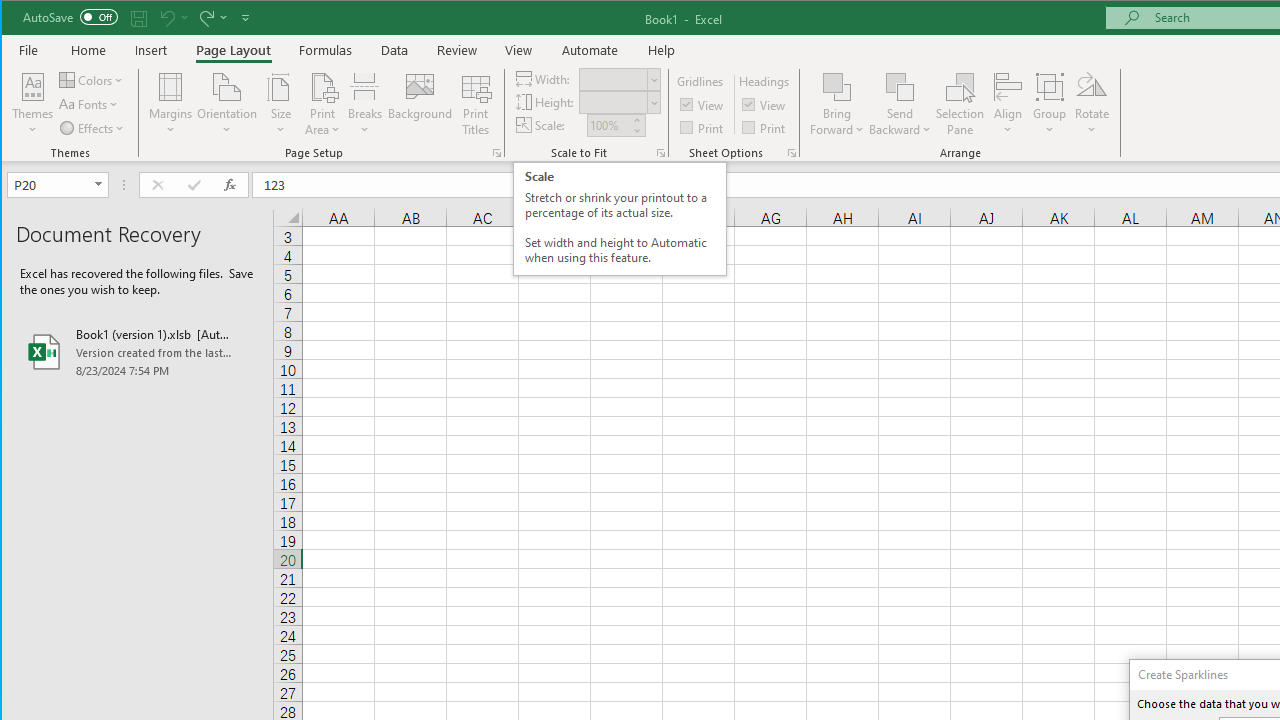 This screenshot has width=1280, height=720. What do you see at coordinates (92, 79) in the screenshot?
I see `'Colors'` at bounding box center [92, 79].